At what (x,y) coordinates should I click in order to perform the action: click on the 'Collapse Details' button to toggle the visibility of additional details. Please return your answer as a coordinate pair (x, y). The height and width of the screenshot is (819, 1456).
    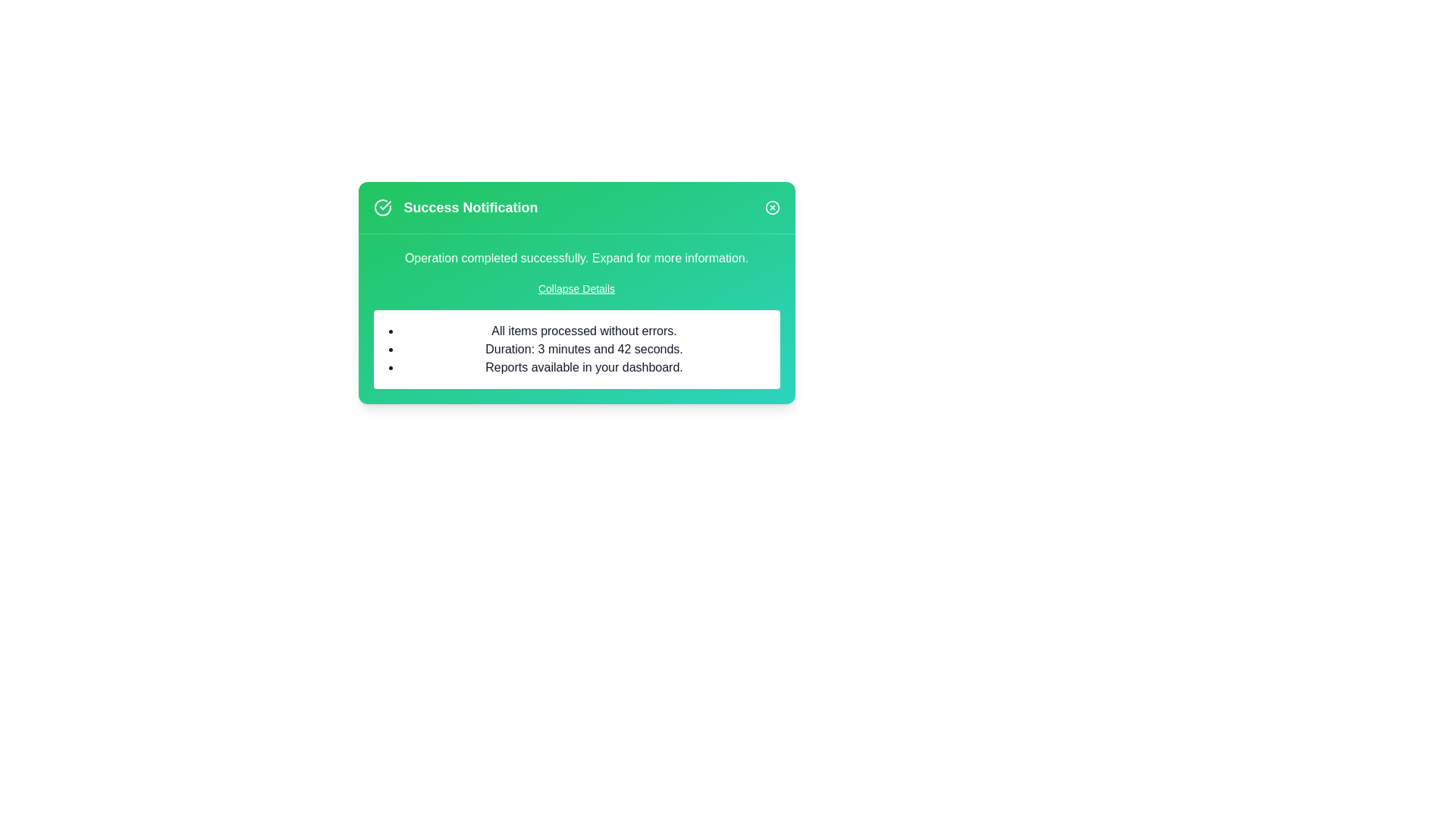
    Looking at the image, I should click on (575, 289).